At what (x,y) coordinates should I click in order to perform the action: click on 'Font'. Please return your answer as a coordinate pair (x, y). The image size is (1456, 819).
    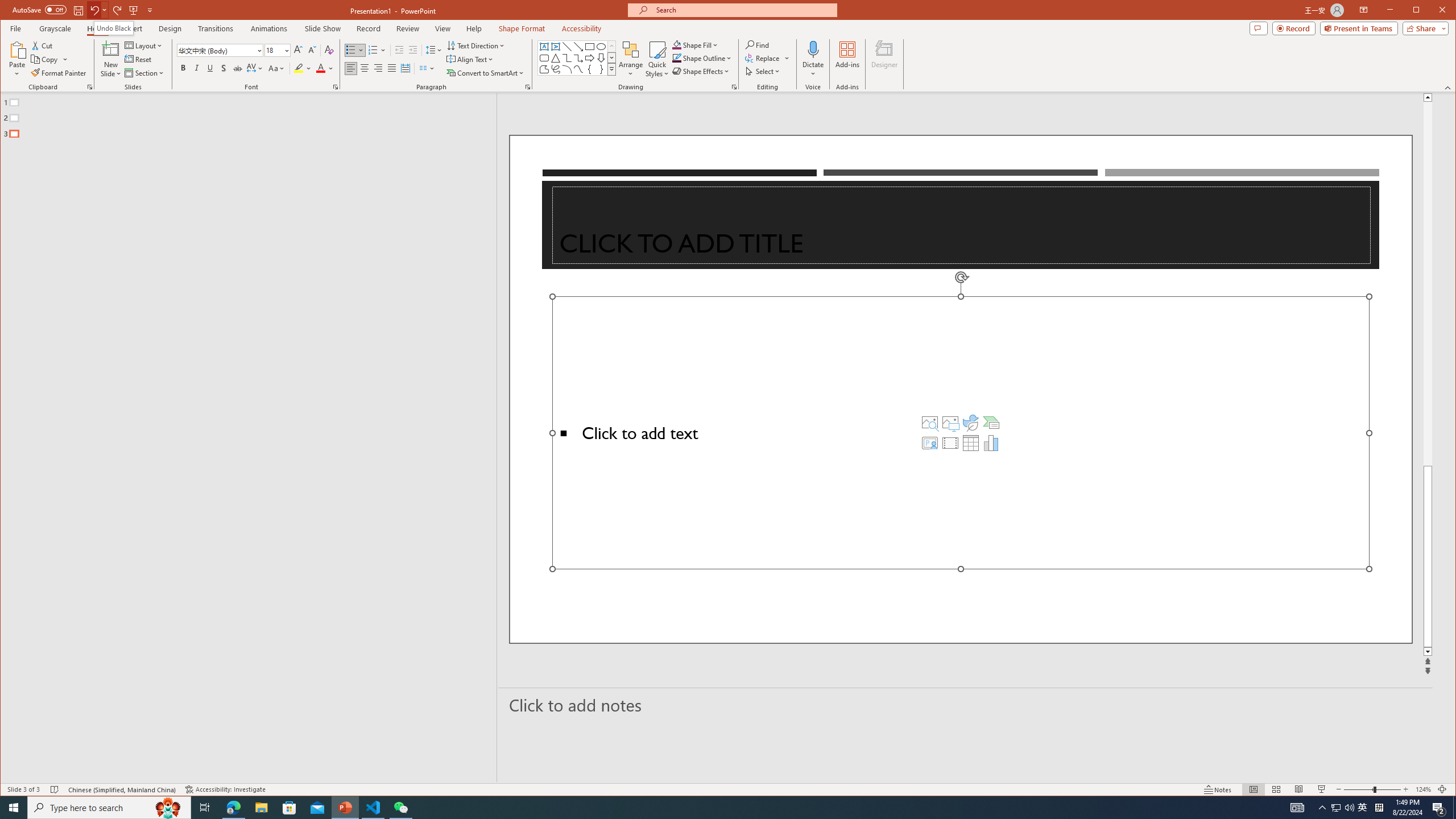
    Looking at the image, I should click on (216, 50).